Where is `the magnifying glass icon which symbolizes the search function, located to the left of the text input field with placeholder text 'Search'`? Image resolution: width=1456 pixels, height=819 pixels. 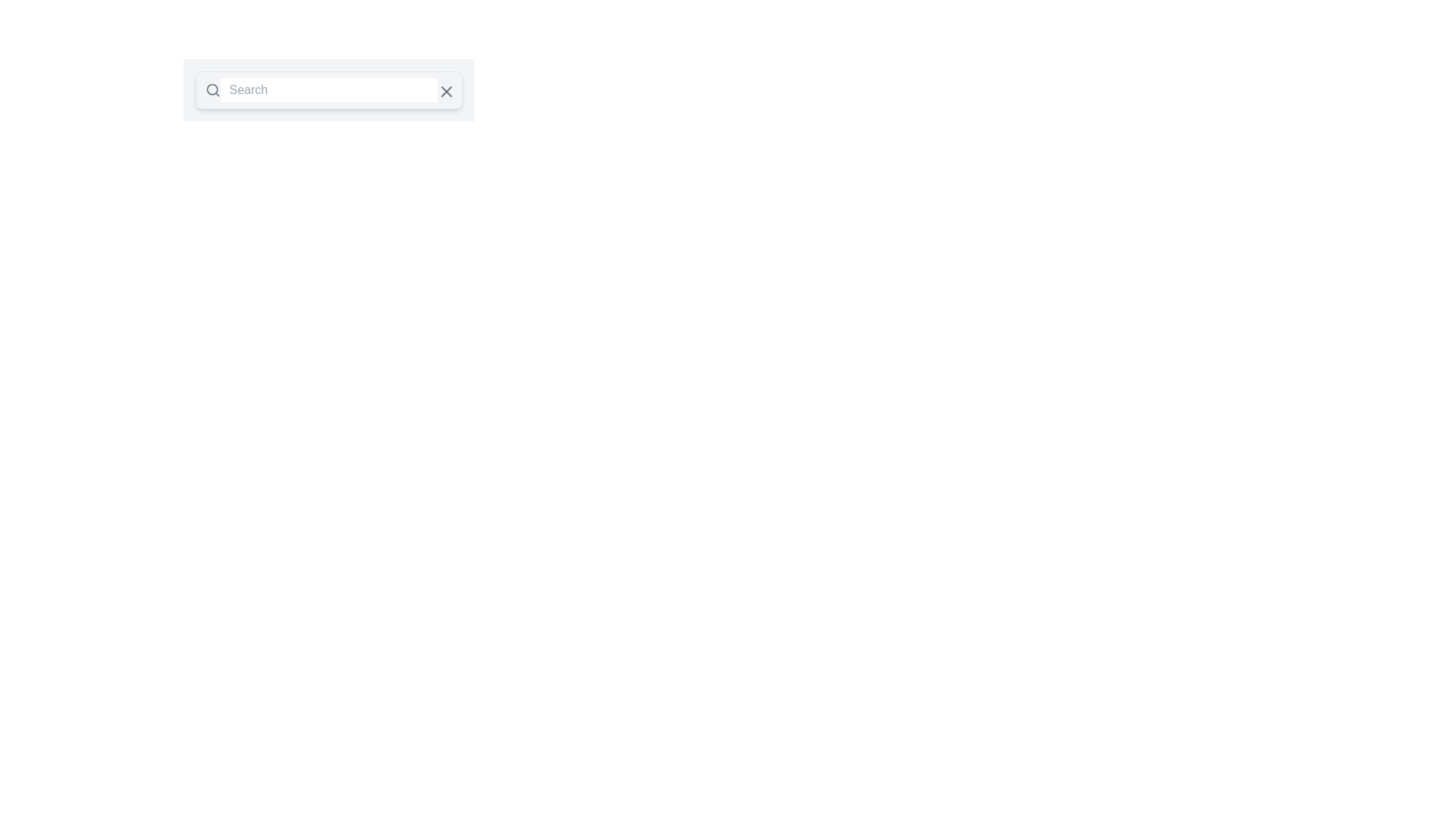 the magnifying glass icon which symbolizes the search function, located to the left of the text input field with placeholder text 'Search' is located at coordinates (212, 90).